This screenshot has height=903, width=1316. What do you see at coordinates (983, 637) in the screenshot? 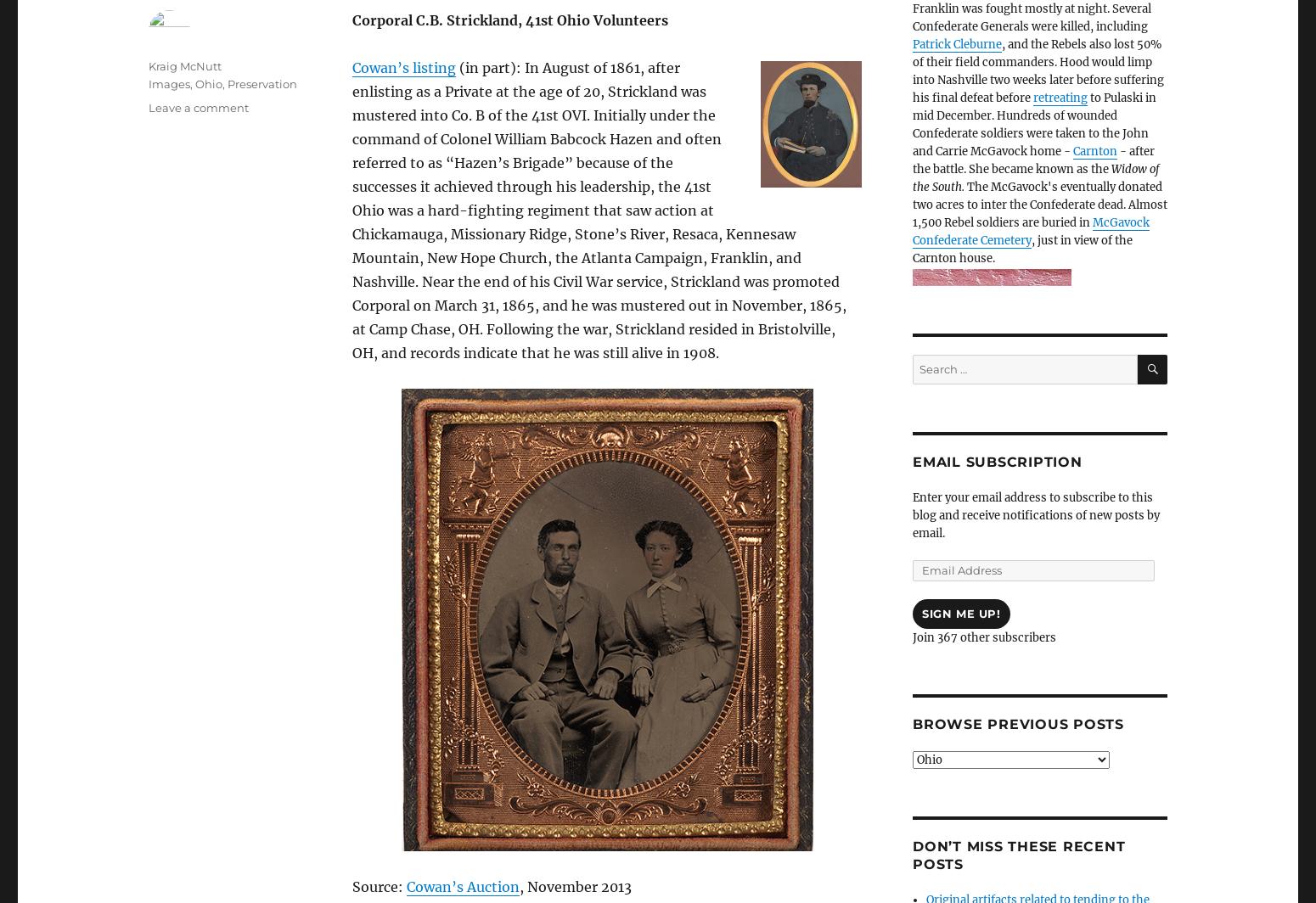
I see `'Join 367 other subscribers'` at bounding box center [983, 637].